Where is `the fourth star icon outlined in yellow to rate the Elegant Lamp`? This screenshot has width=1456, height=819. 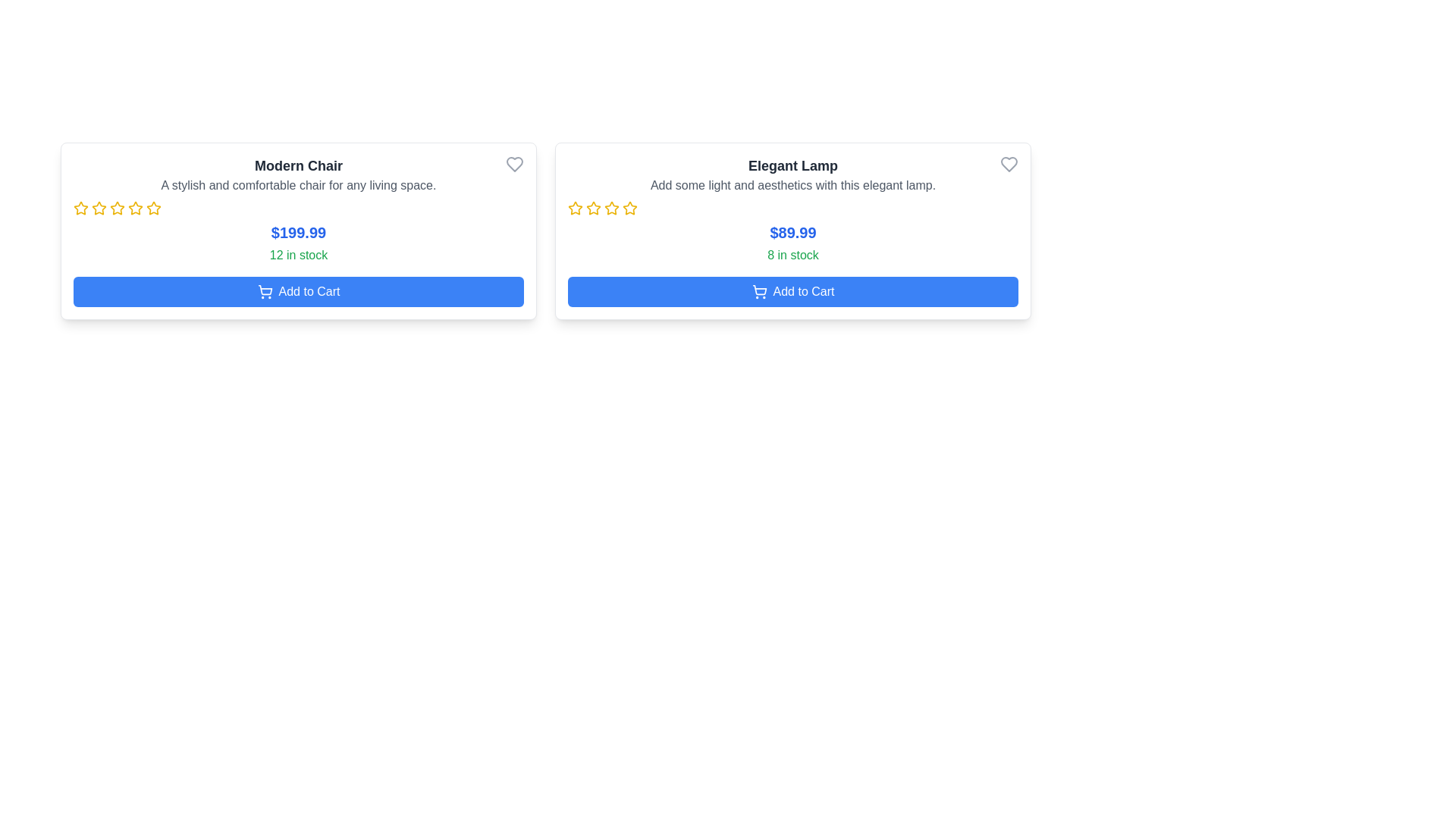
the fourth star icon outlined in yellow to rate the Elegant Lamp is located at coordinates (611, 208).